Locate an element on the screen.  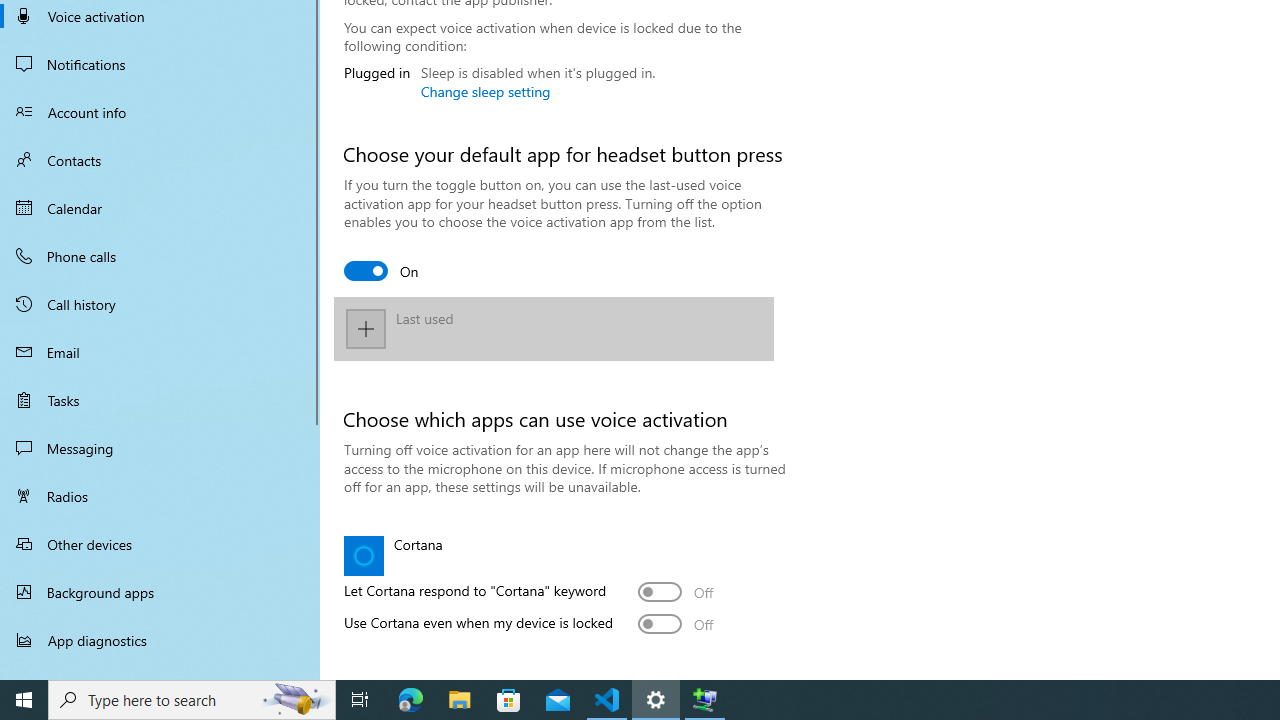
'Change sleep setting' is located at coordinates (485, 91).